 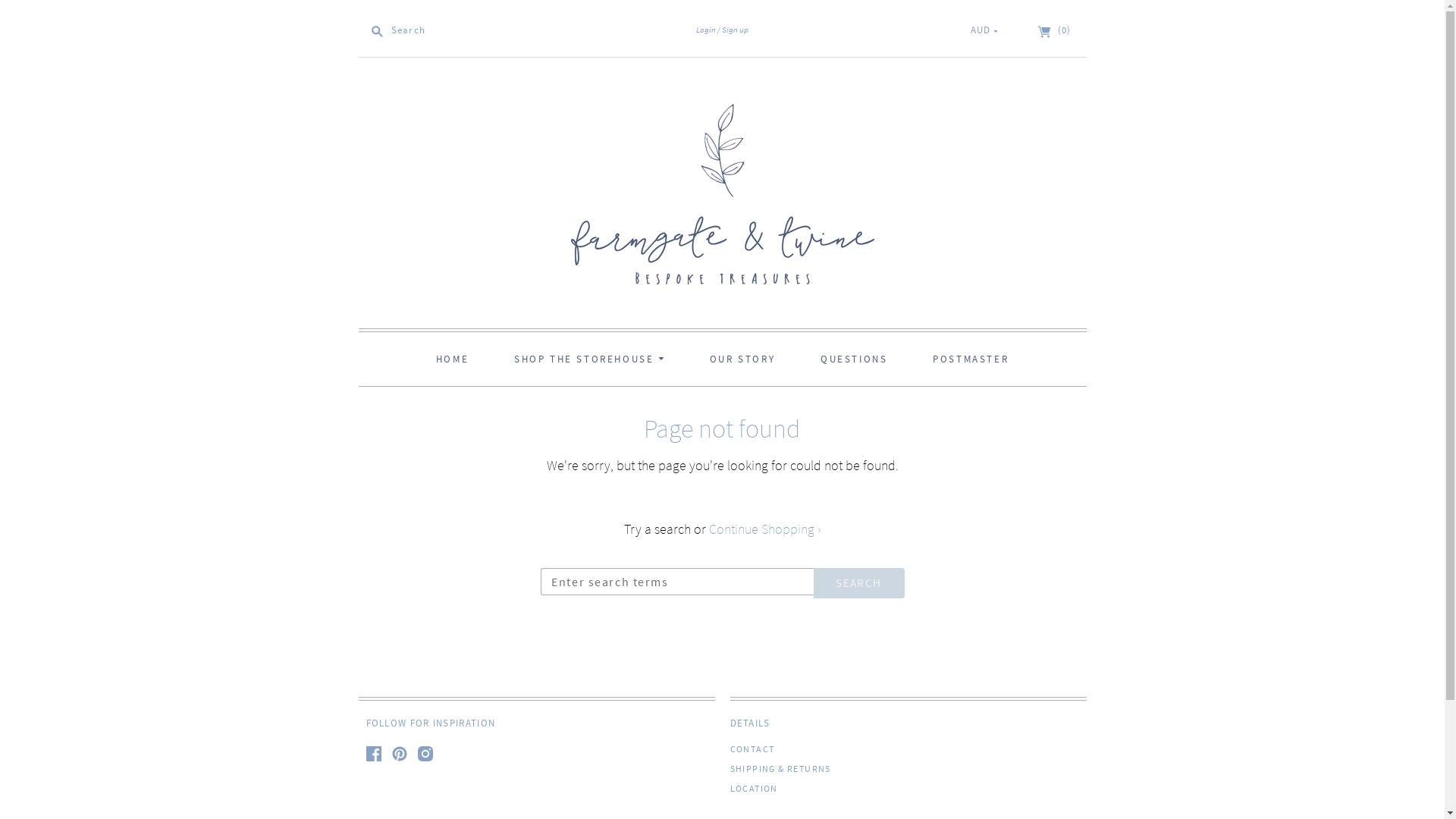 What do you see at coordinates (1037, 30) in the screenshot?
I see `'(0)'` at bounding box center [1037, 30].